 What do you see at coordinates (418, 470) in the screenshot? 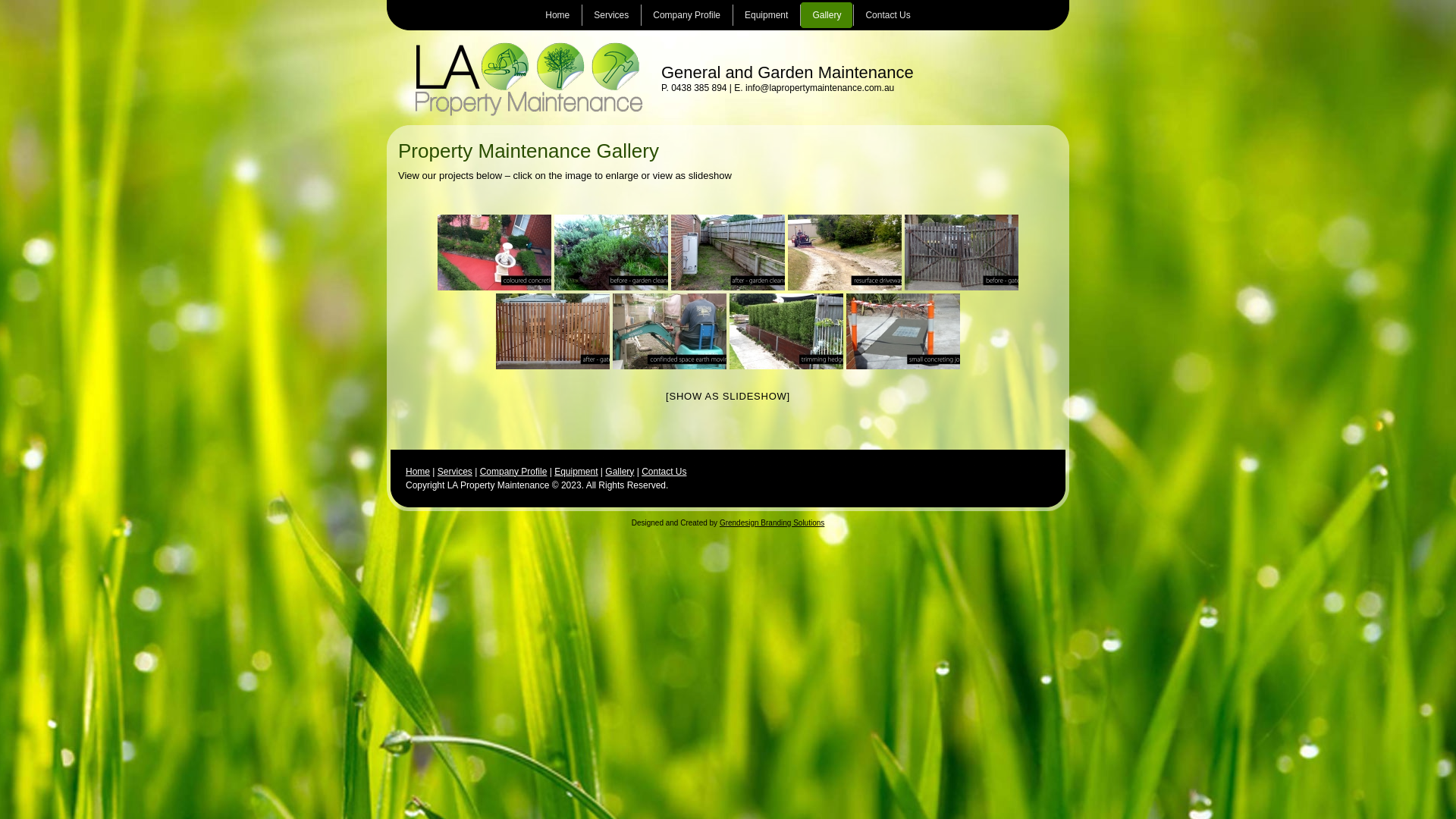
I see `'Home'` at bounding box center [418, 470].